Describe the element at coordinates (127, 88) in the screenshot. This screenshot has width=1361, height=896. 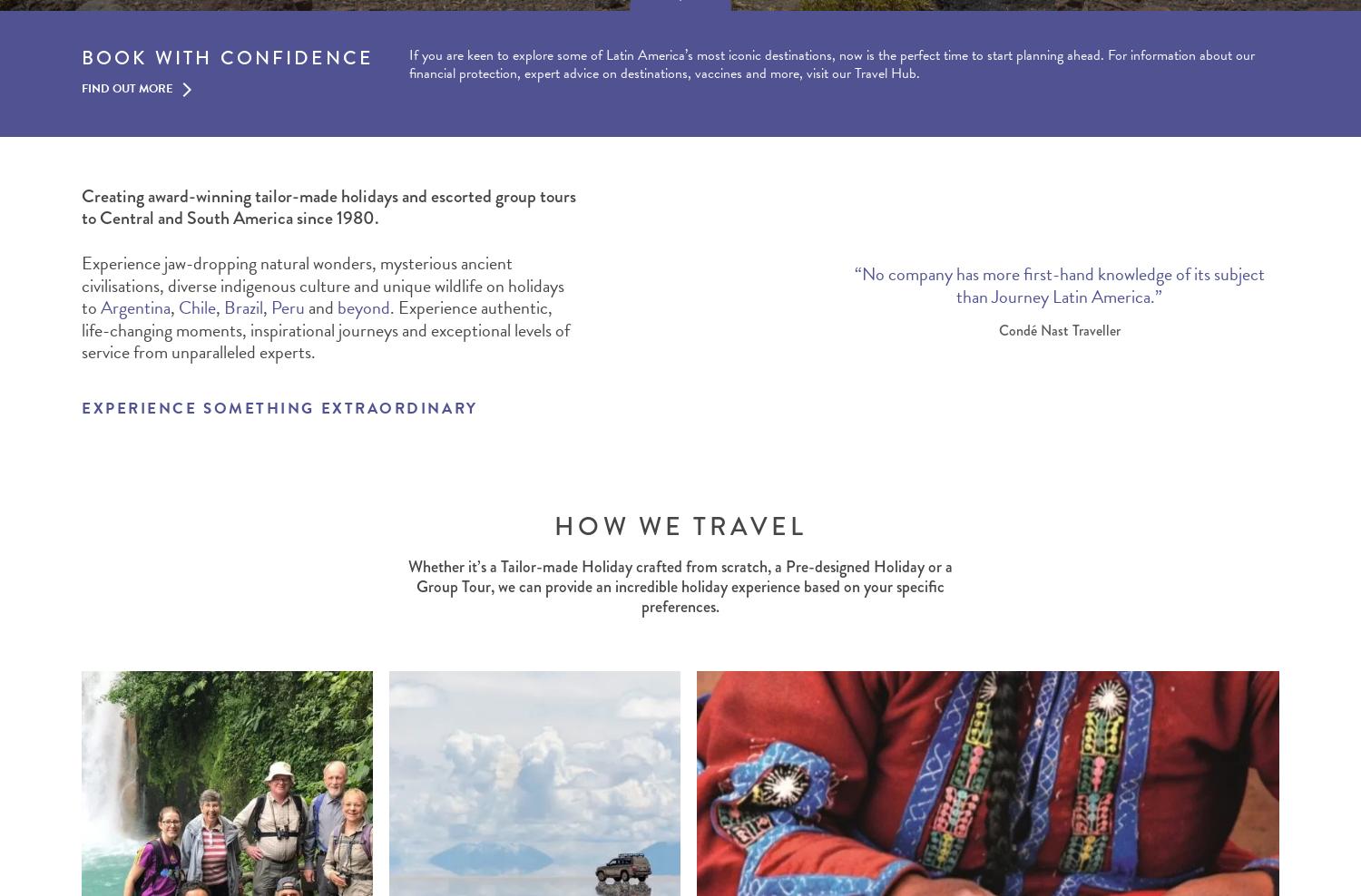
I see `'Find out more'` at that location.